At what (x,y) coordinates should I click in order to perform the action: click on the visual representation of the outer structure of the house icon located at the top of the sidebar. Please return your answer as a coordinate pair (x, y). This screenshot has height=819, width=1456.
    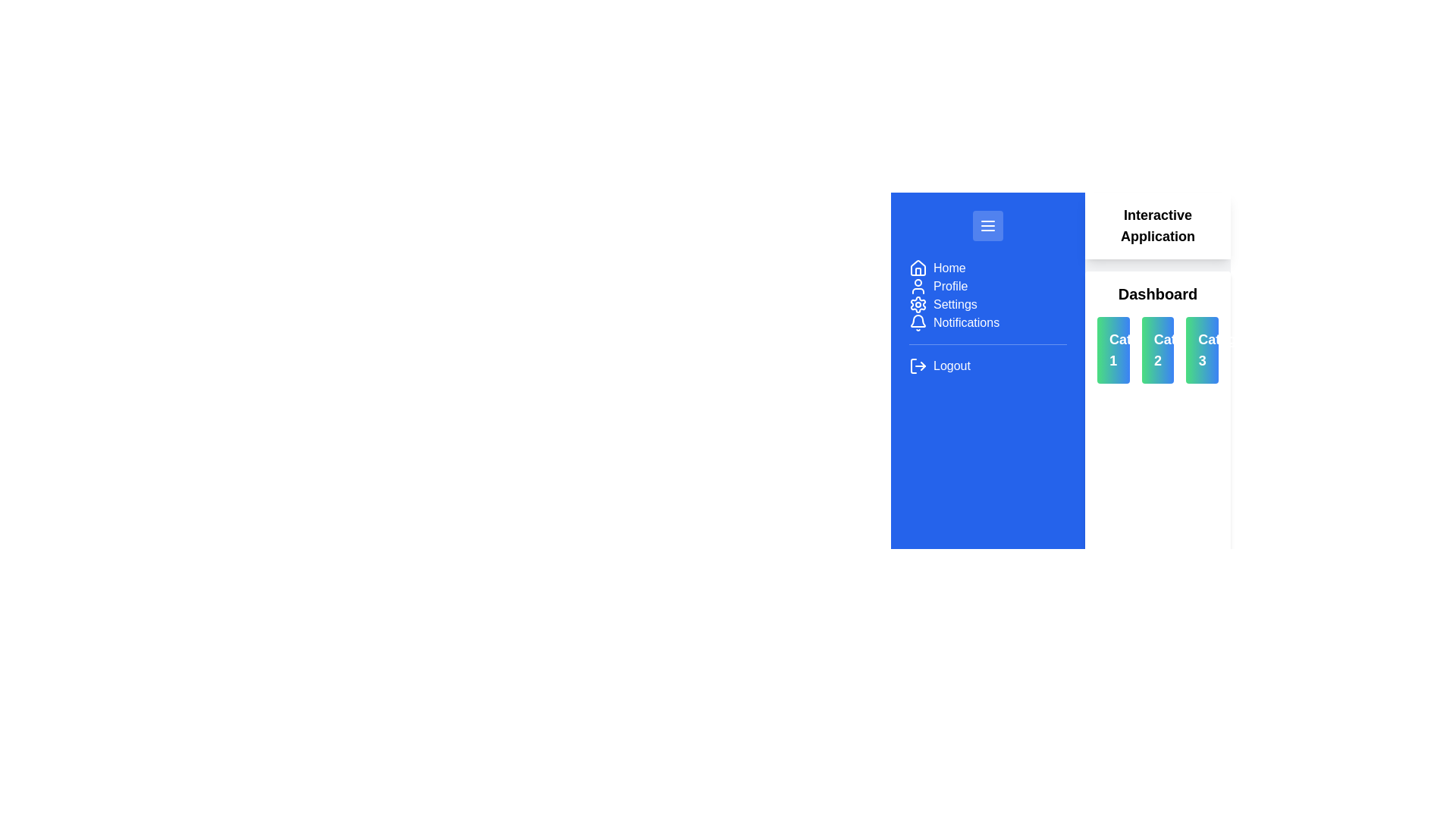
    Looking at the image, I should click on (917, 267).